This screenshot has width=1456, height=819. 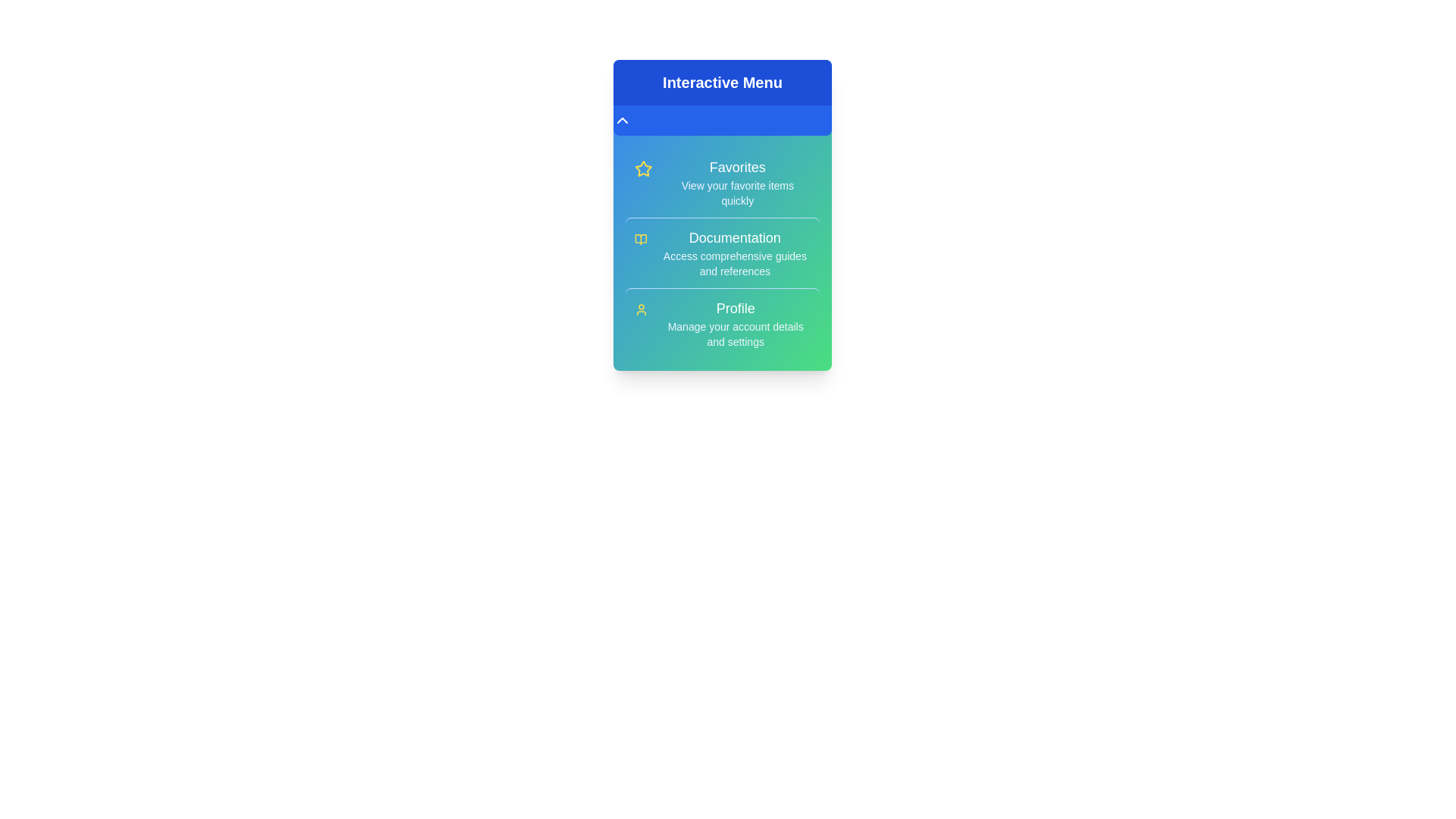 What do you see at coordinates (722, 251) in the screenshot?
I see `the menu item Documentation to view its hover effect` at bounding box center [722, 251].